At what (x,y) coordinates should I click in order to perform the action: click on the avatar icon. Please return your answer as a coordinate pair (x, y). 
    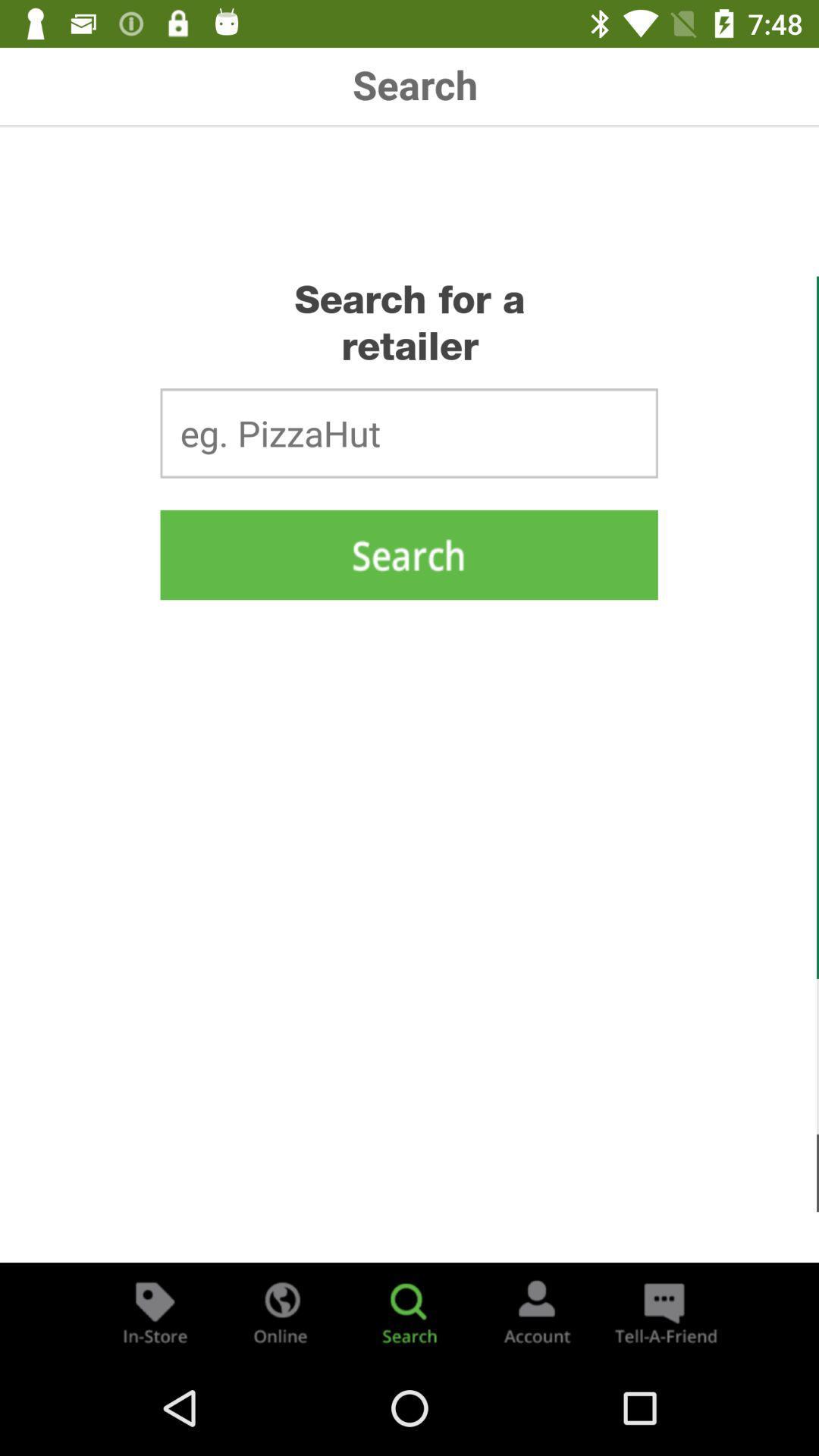
    Looking at the image, I should click on (536, 1310).